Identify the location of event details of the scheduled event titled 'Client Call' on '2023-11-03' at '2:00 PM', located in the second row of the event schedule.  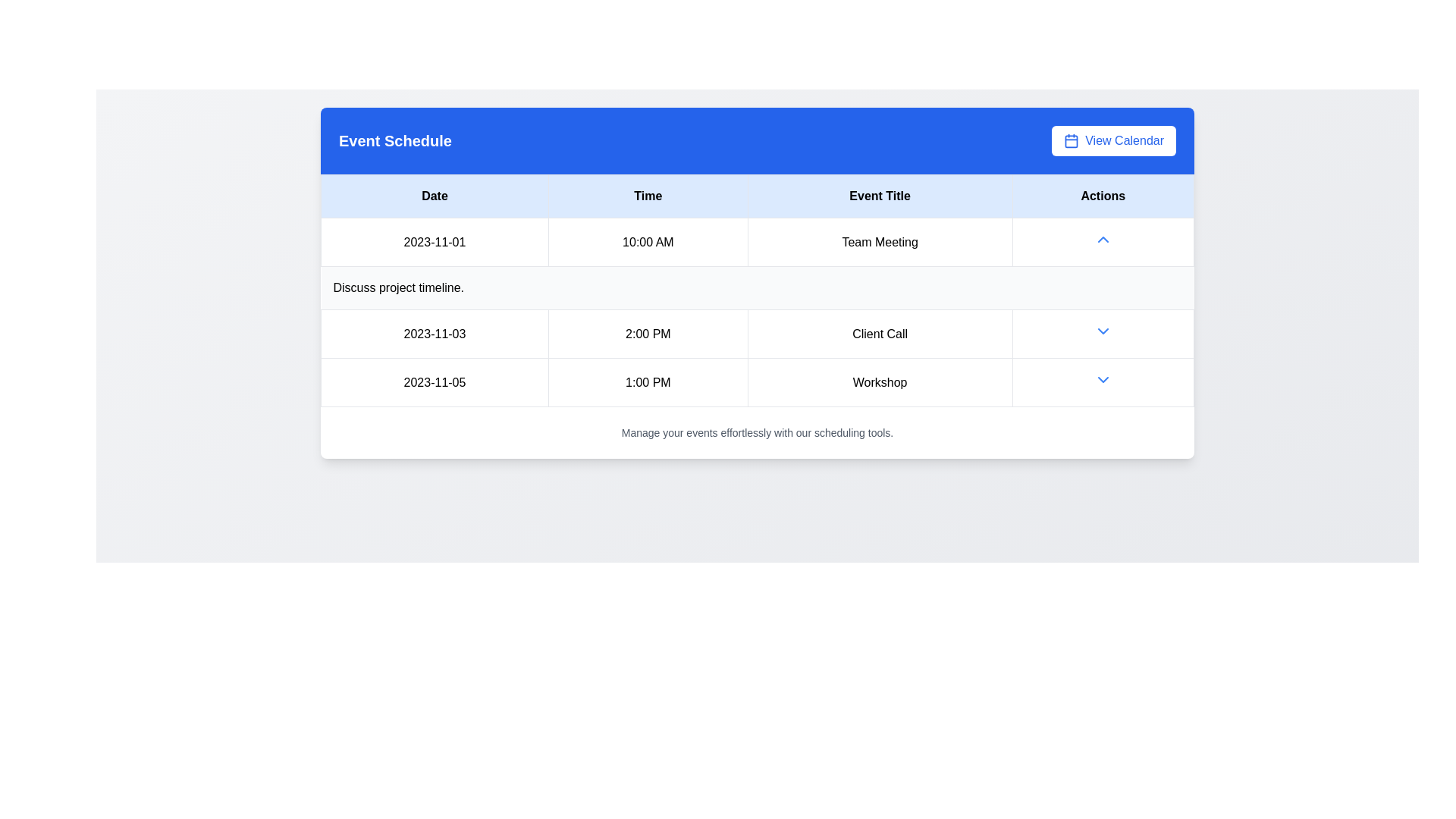
(757, 332).